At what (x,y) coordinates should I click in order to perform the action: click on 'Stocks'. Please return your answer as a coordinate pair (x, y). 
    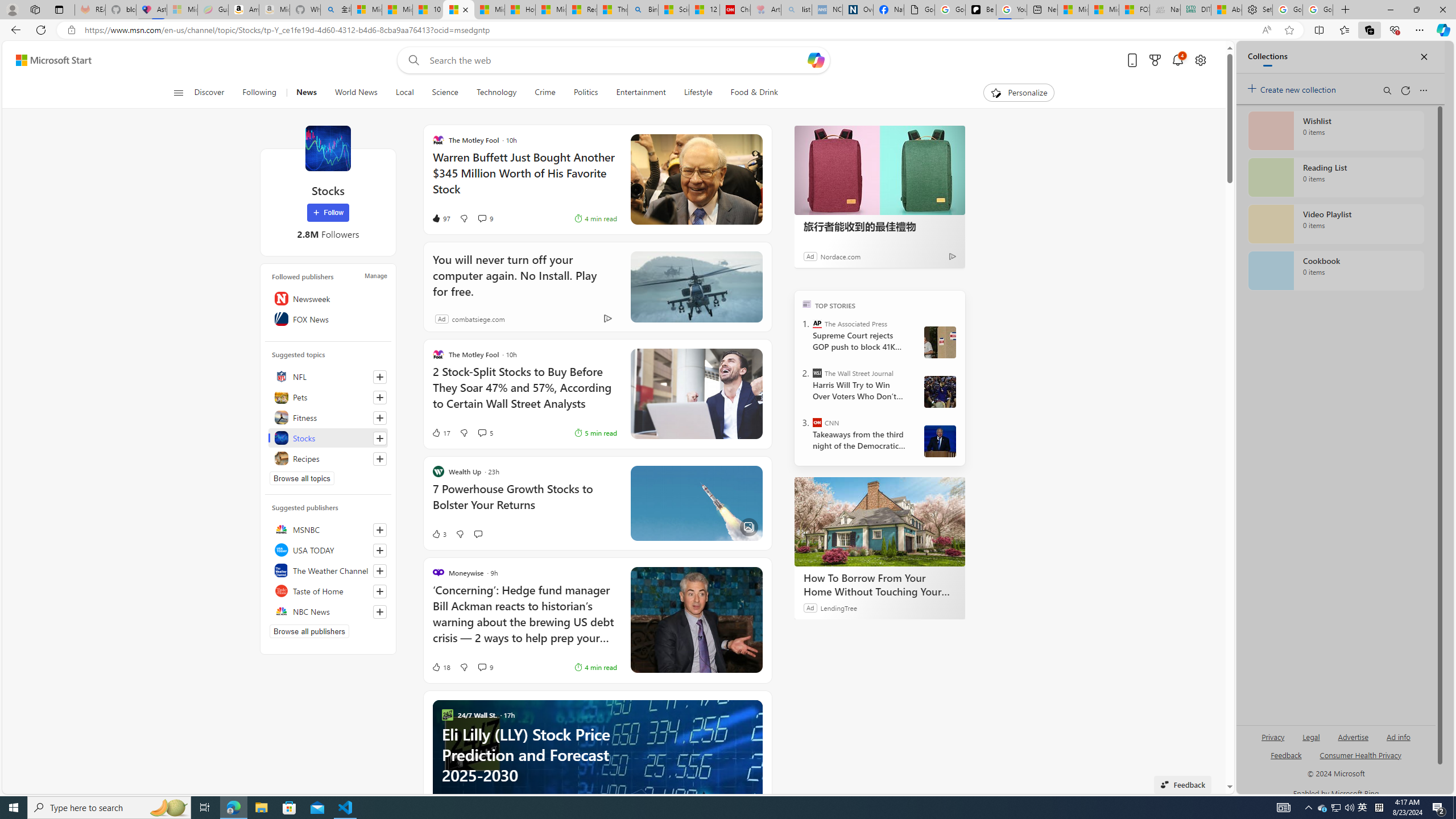
    Looking at the image, I should click on (328, 148).